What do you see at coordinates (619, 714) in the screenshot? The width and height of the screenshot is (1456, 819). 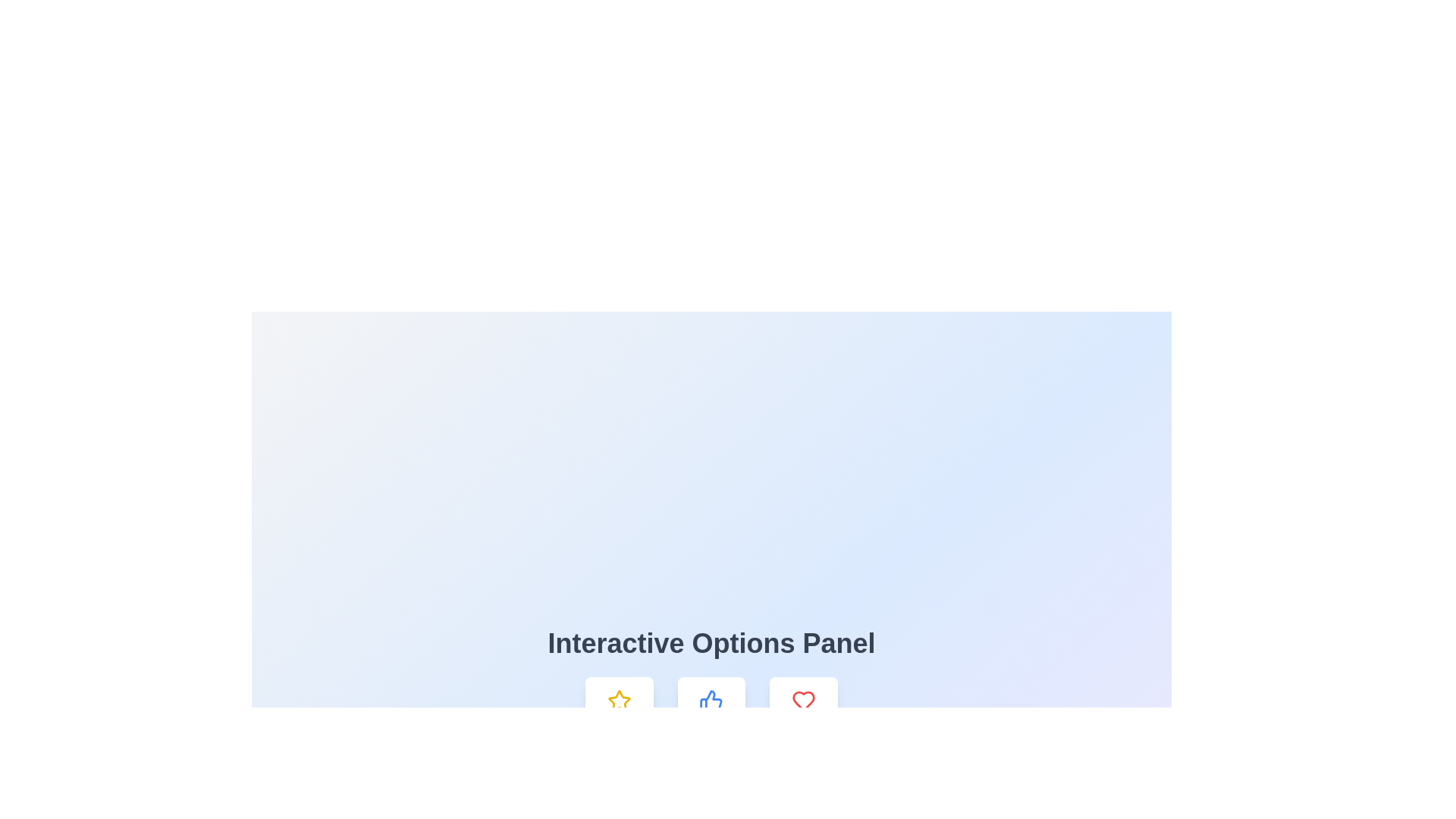 I see `the leftmost Static Display Card labeled 'Favorite', which has a white rounded rectangular shape with a yellow star icon at the top and gray text below` at bounding box center [619, 714].